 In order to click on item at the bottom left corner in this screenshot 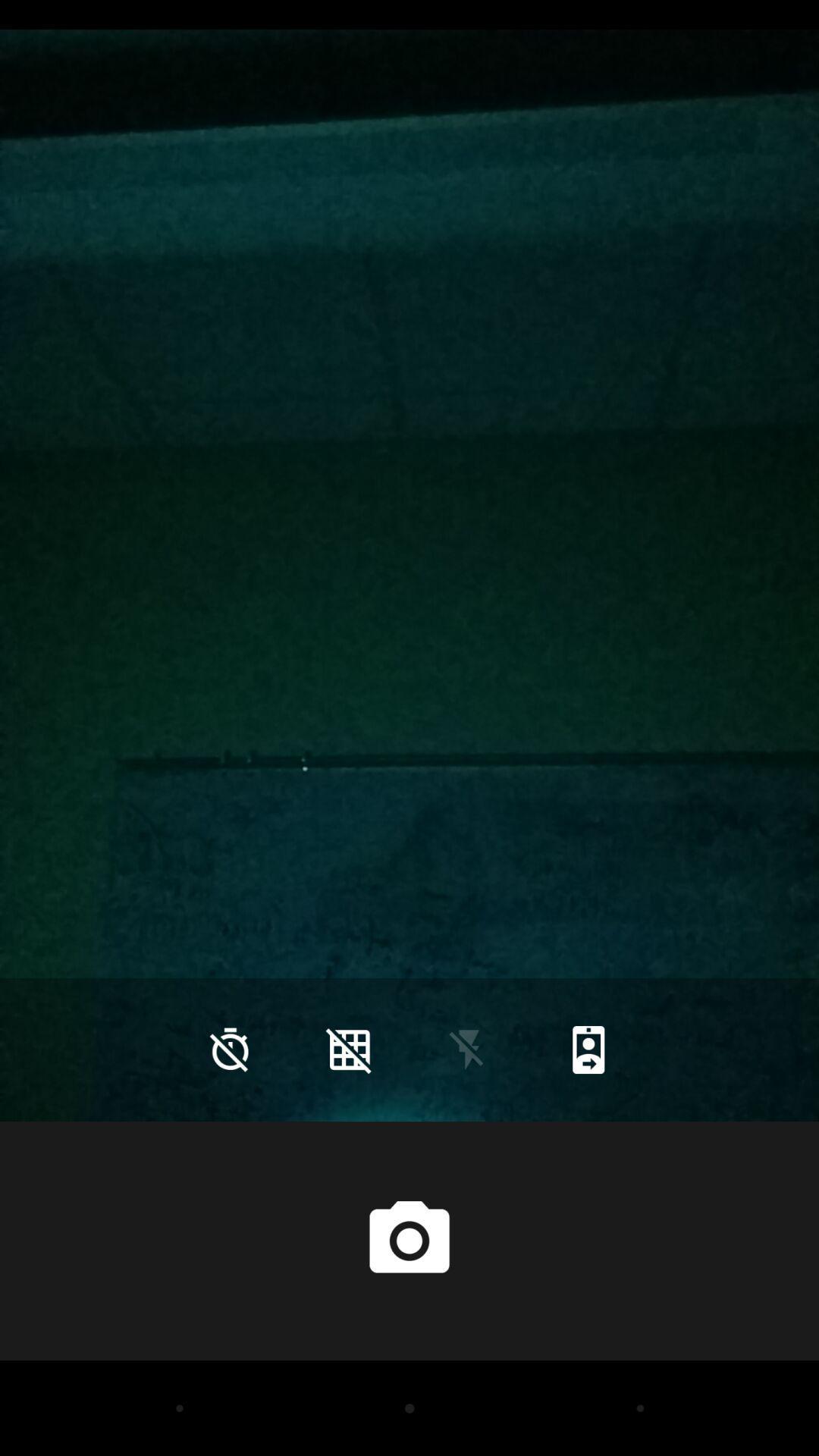, I will do `click(230, 1049)`.